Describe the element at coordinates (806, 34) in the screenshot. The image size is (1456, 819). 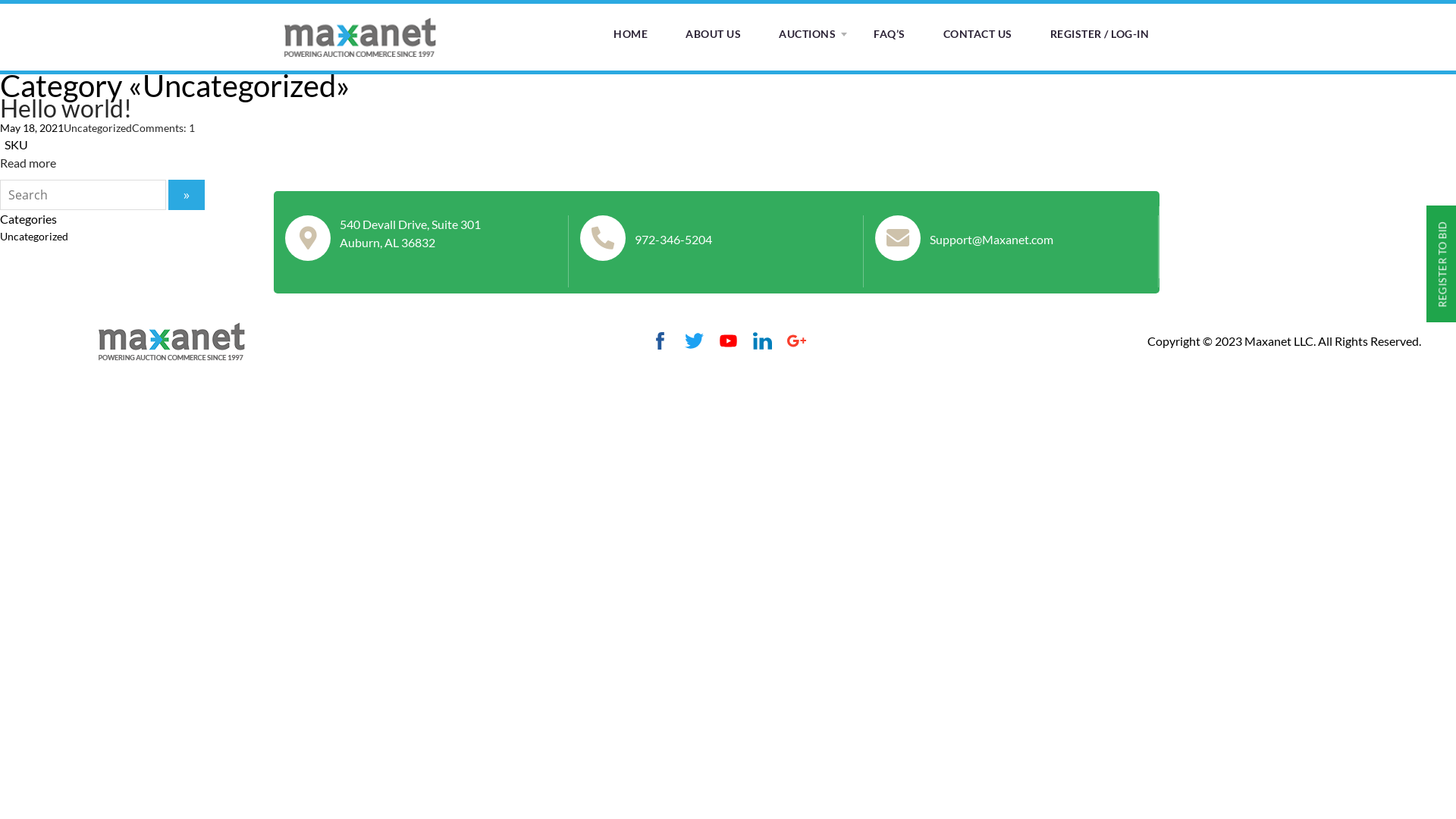
I see `'AUCTIONS'` at that location.